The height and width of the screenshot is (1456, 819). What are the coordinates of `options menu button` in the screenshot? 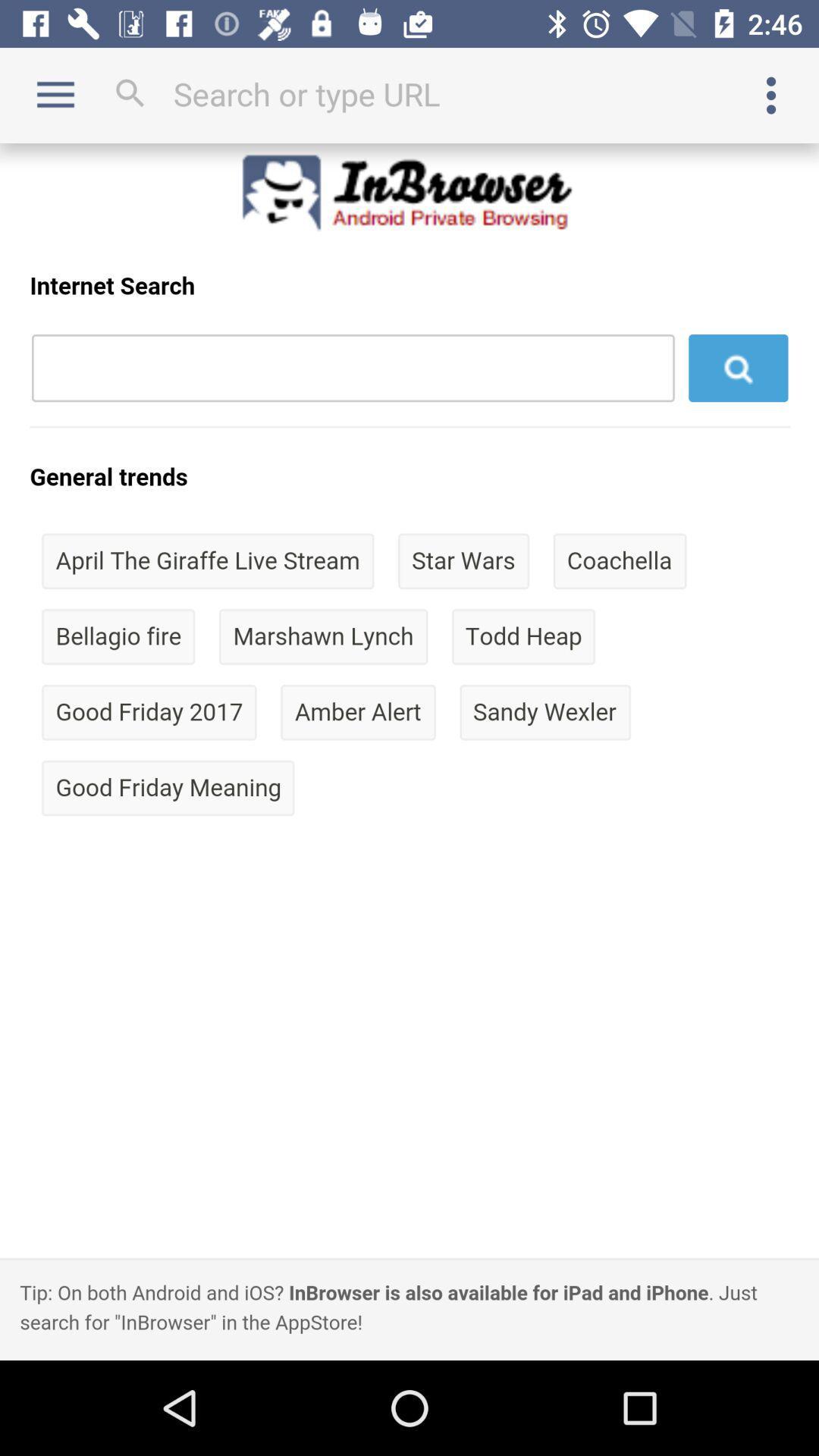 It's located at (771, 94).